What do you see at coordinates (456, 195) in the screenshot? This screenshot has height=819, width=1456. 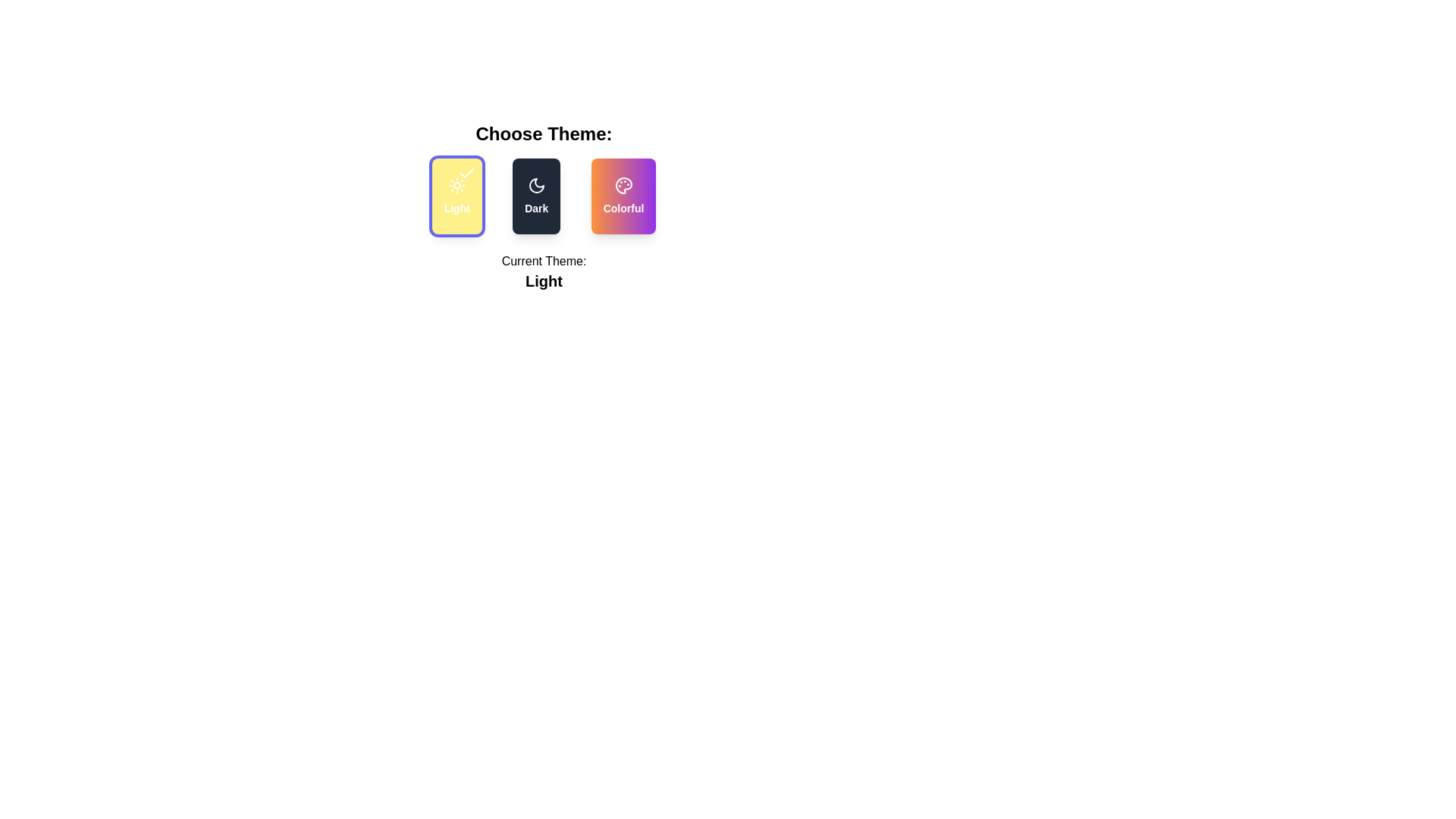 I see `the theme by clicking on the corresponding button for Light` at bounding box center [456, 195].